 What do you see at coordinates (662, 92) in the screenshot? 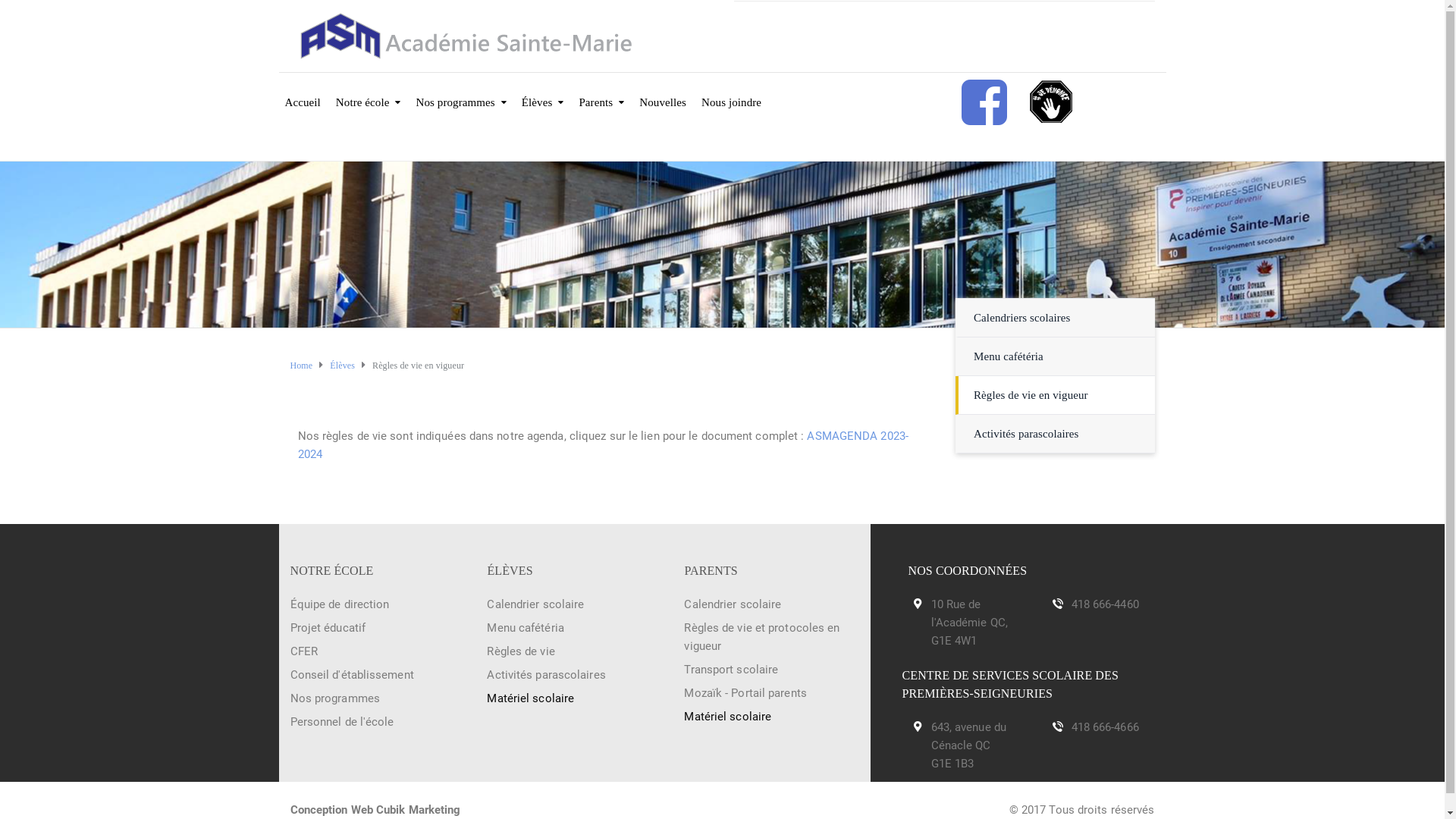
I see `'Nouvelles'` at bounding box center [662, 92].